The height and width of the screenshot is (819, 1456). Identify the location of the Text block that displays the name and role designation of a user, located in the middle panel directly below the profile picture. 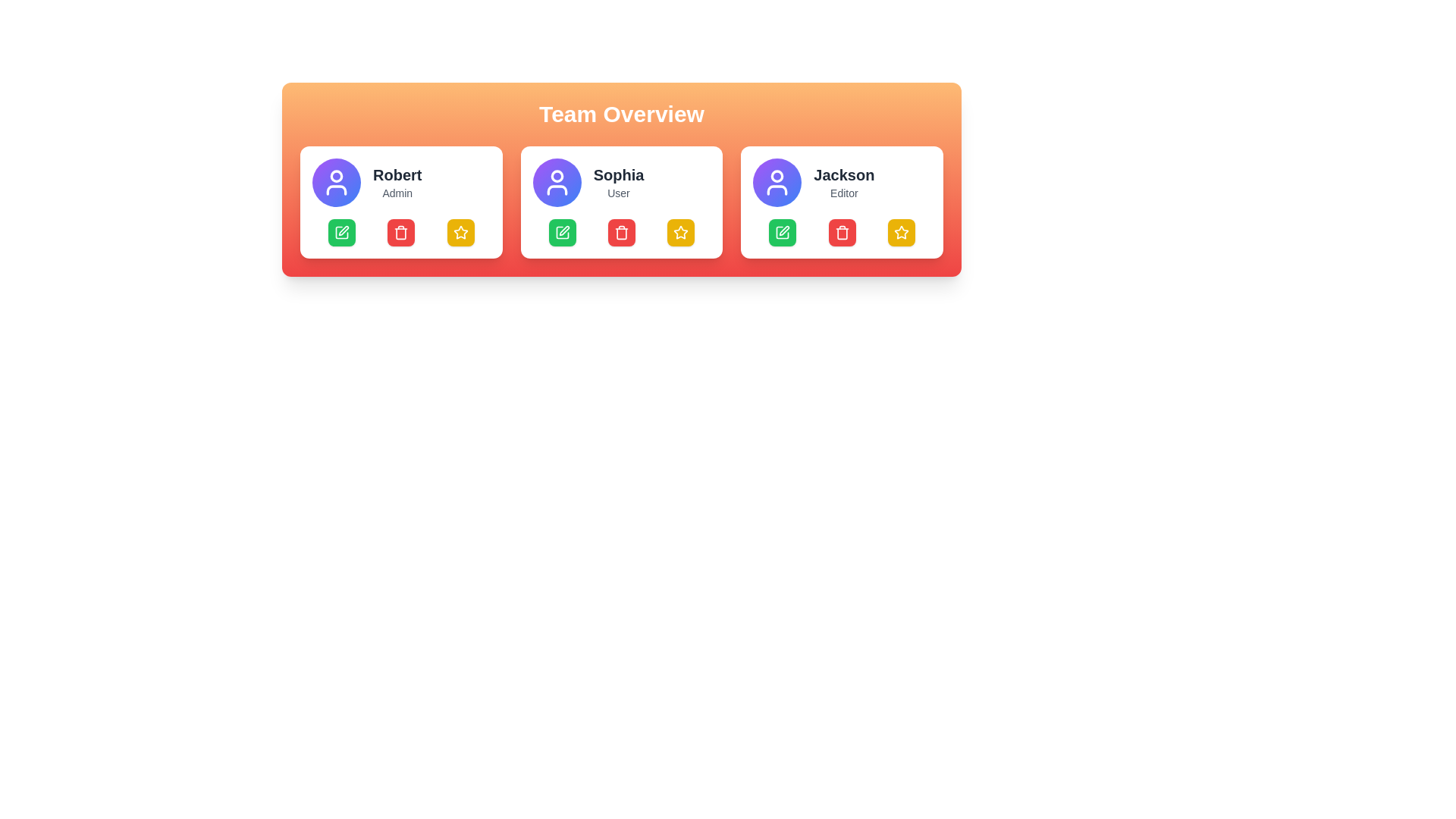
(619, 181).